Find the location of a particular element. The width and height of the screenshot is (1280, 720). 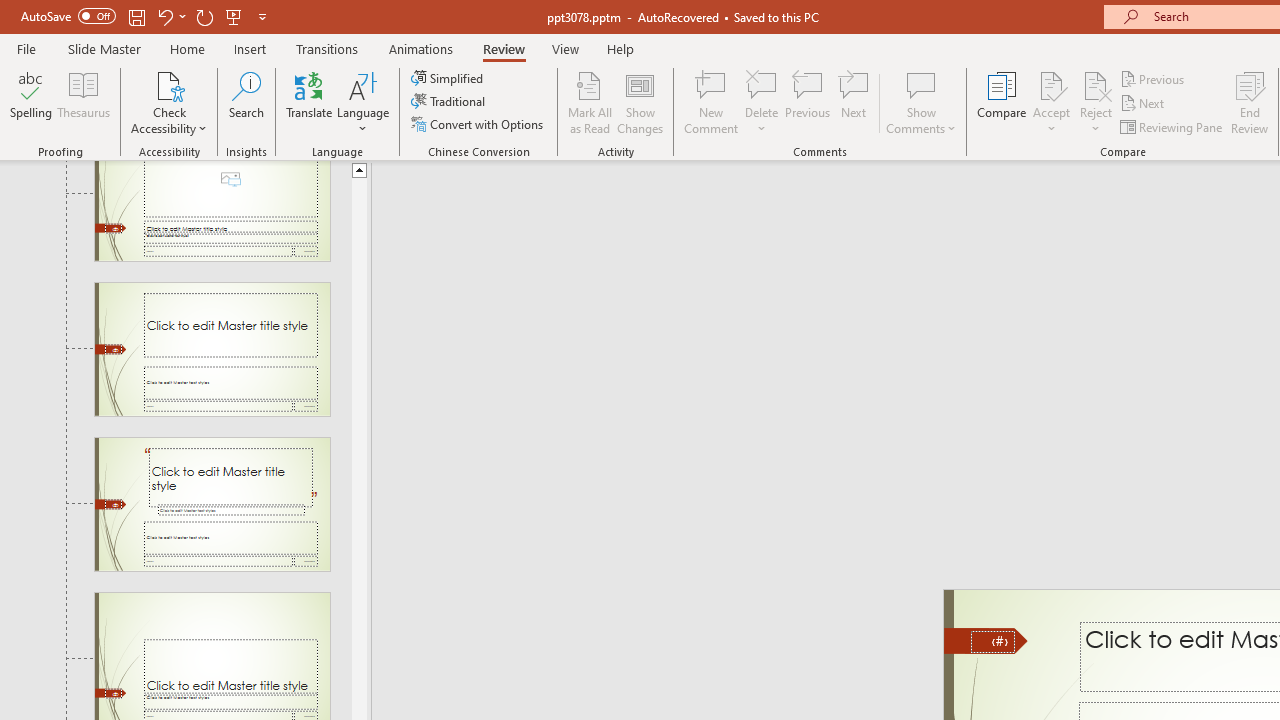

'Freeform 11' is located at coordinates (986, 640).